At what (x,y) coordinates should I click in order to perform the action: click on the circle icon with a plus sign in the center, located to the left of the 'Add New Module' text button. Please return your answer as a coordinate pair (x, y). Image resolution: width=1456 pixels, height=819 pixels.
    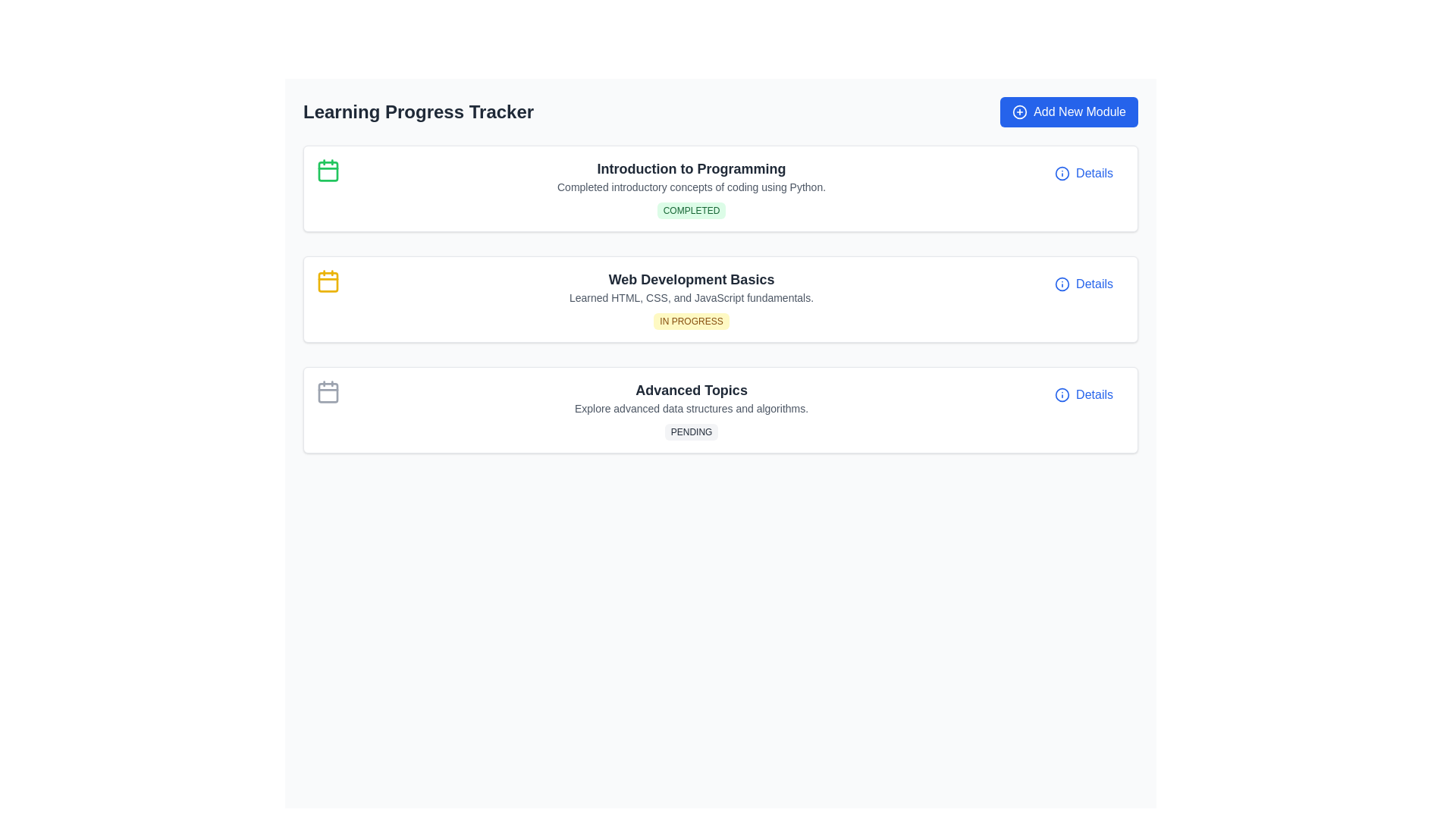
    Looking at the image, I should click on (1020, 111).